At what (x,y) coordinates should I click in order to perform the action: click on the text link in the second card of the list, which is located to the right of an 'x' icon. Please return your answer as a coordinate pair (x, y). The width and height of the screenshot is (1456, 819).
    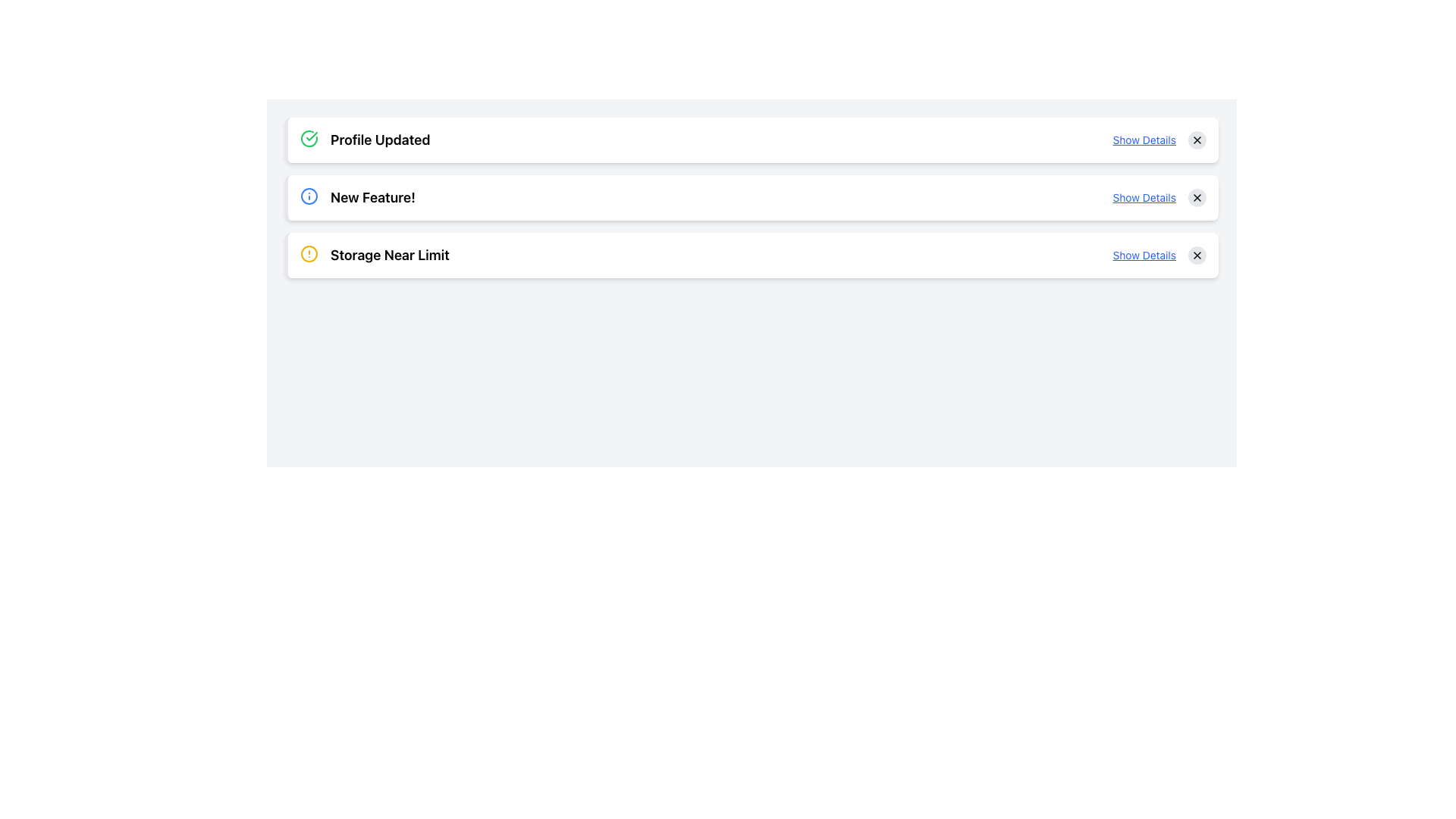
    Looking at the image, I should click on (1144, 197).